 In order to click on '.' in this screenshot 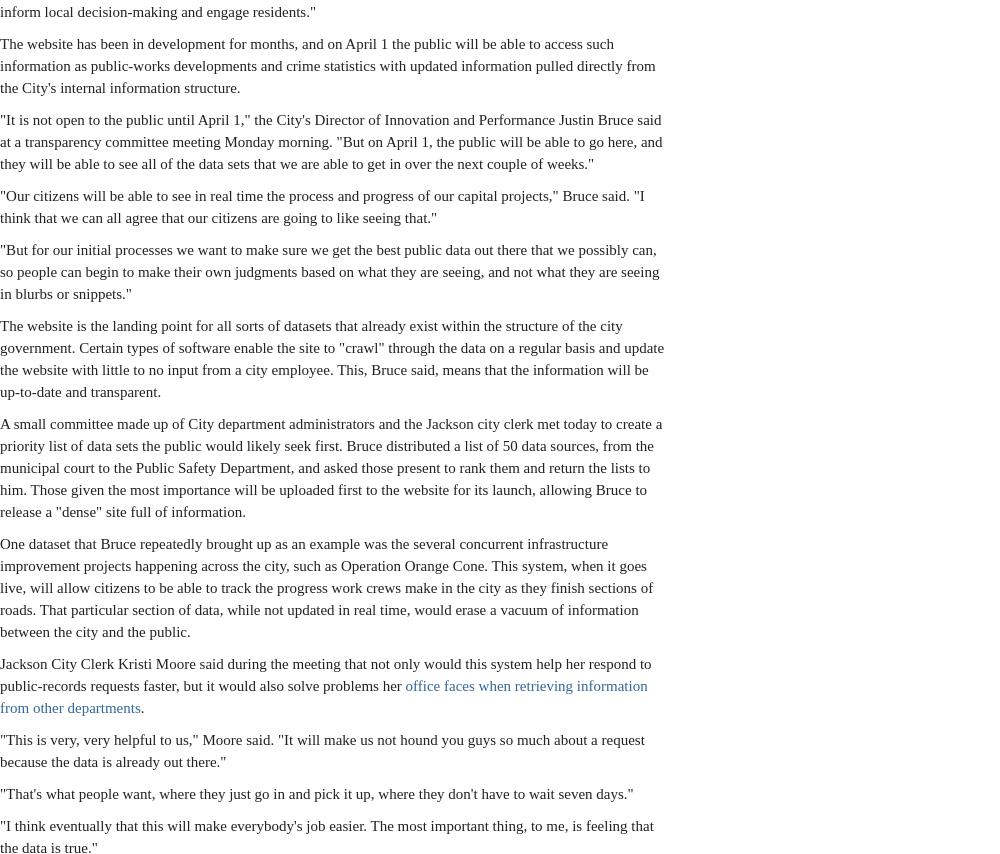, I will do `click(142, 707)`.